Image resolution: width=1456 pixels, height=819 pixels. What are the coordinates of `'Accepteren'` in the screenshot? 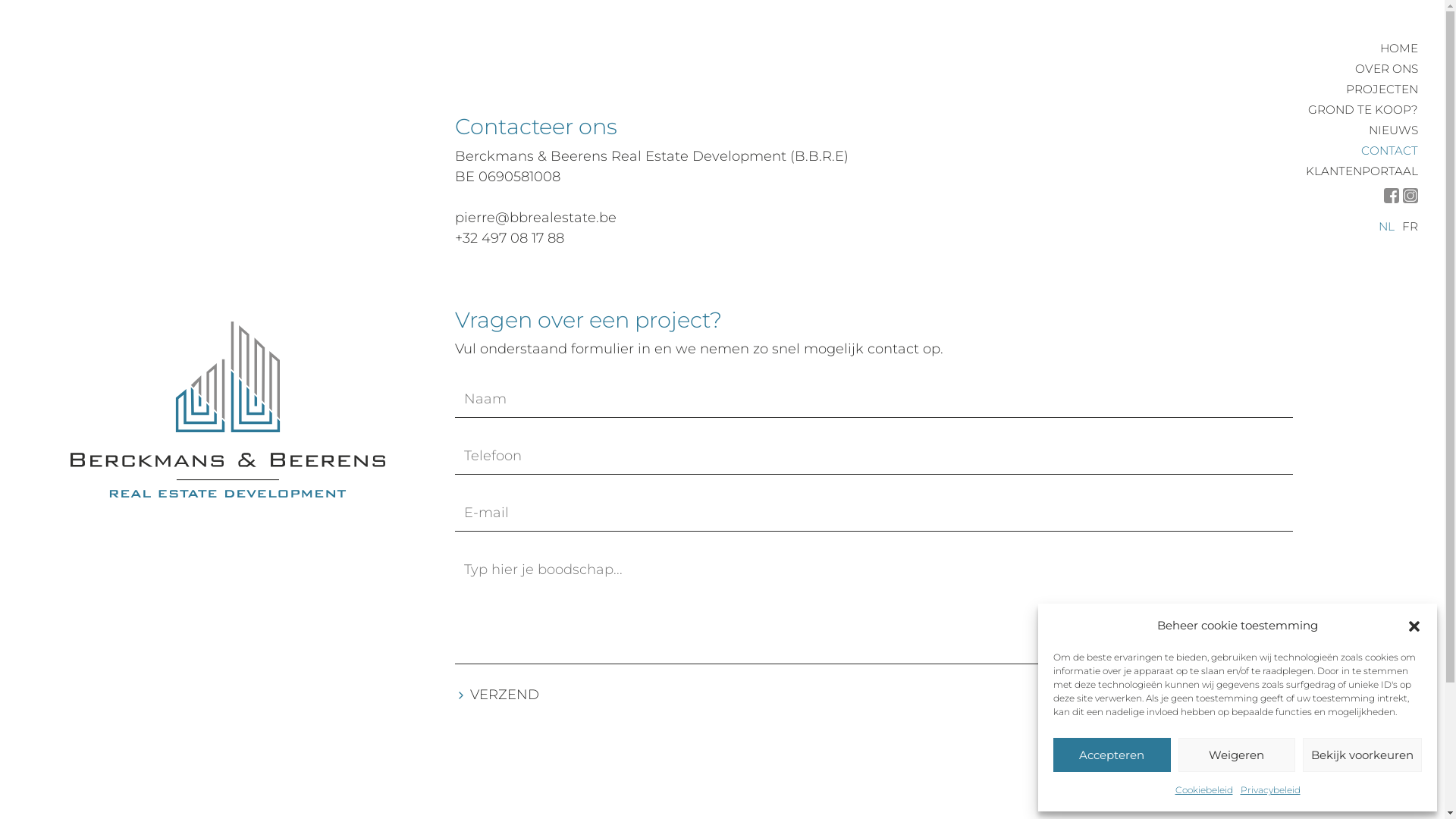 It's located at (1112, 755).